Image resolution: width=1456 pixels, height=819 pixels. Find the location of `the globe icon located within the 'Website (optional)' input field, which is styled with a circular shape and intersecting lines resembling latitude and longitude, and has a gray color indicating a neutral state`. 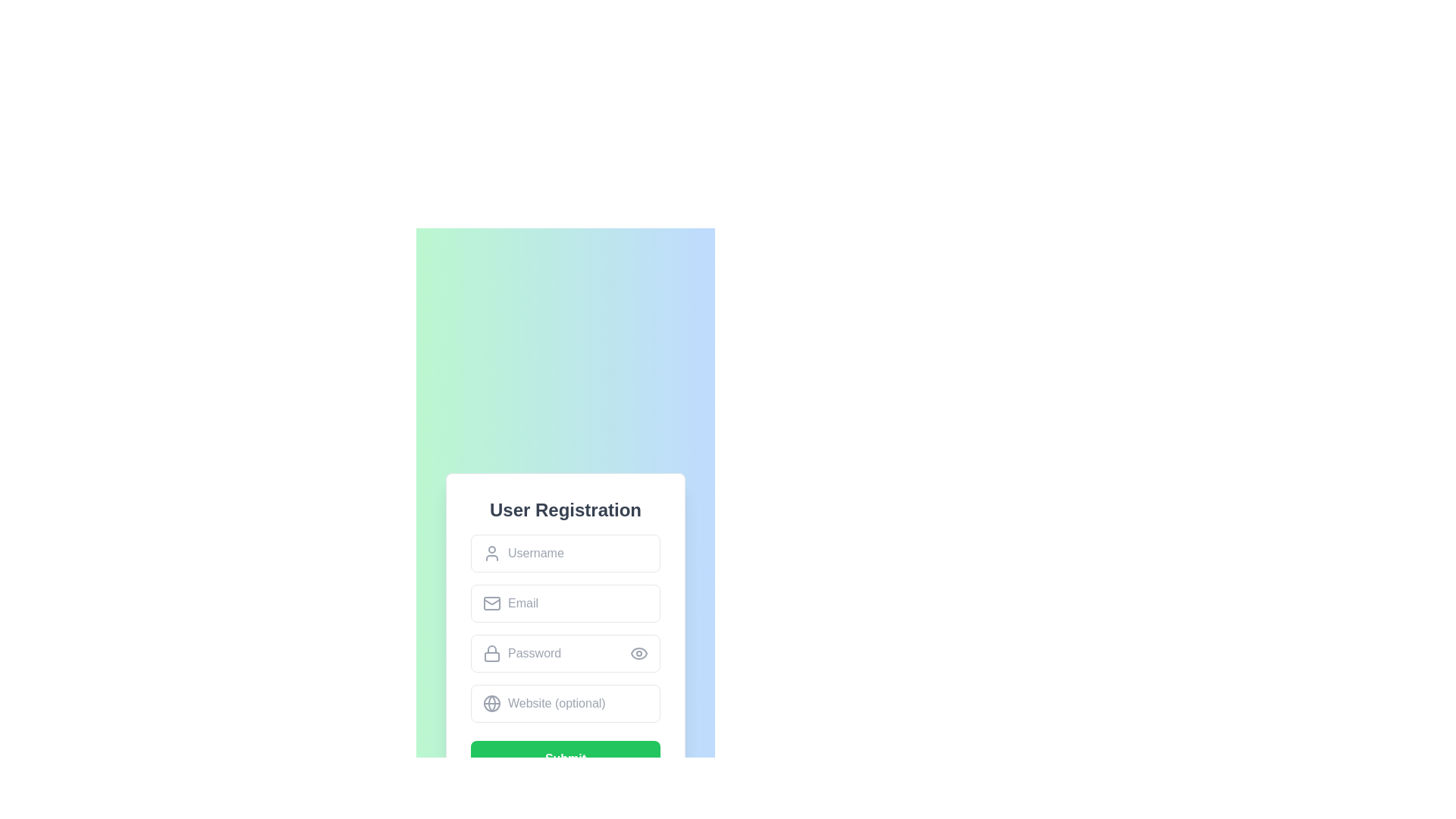

the globe icon located within the 'Website (optional)' input field, which is styled with a circular shape and intersecting lines resembling latitude and longitude, and has a gray color indicating a neutral state is located at coordinates (491, 704).